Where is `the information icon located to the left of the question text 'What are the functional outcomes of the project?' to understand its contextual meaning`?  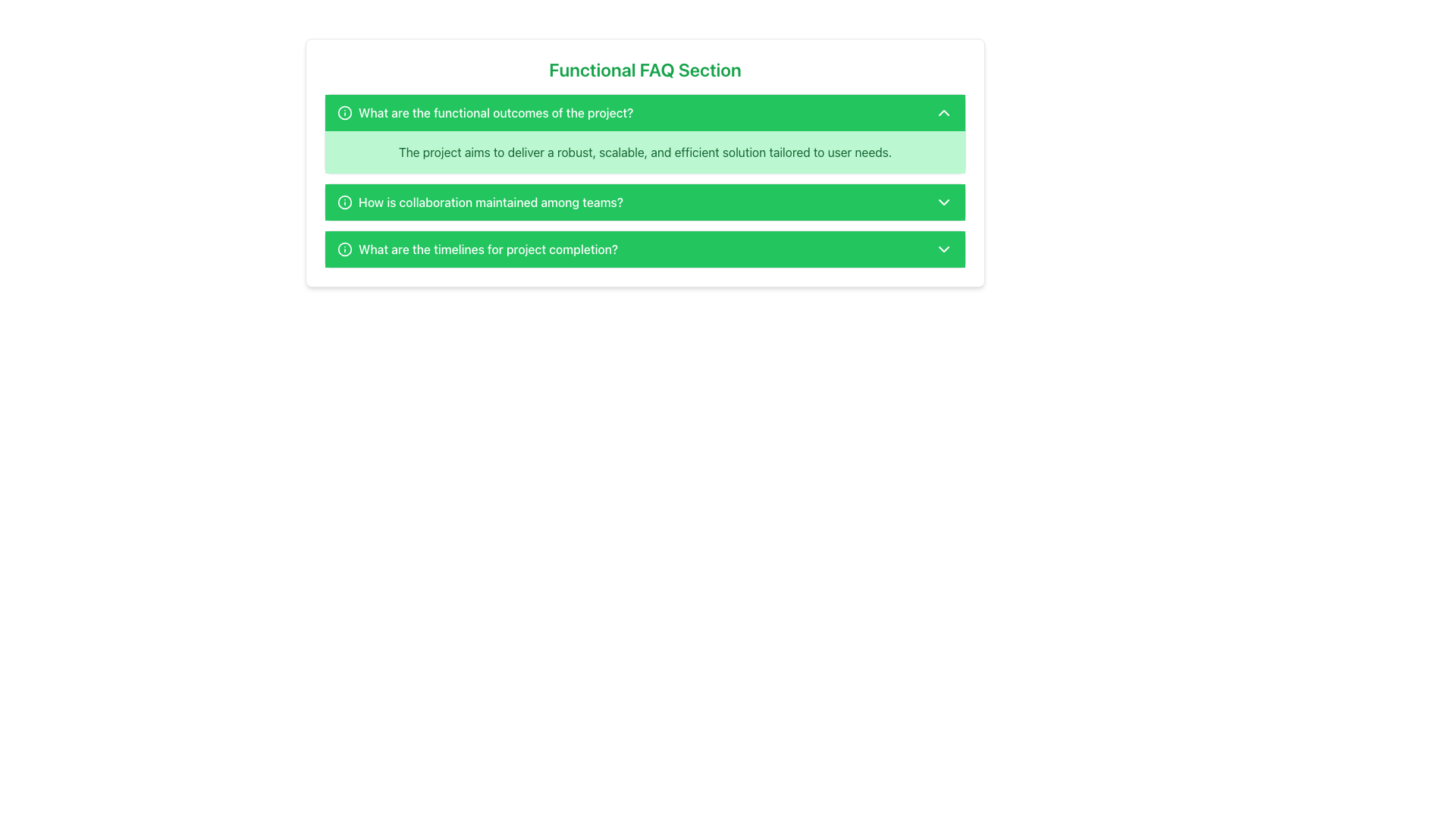
the information icon located to the left of the question text 'What are the functional outcomes of the project?' to understand its contextual meaning is located at coordinates (344, 112).